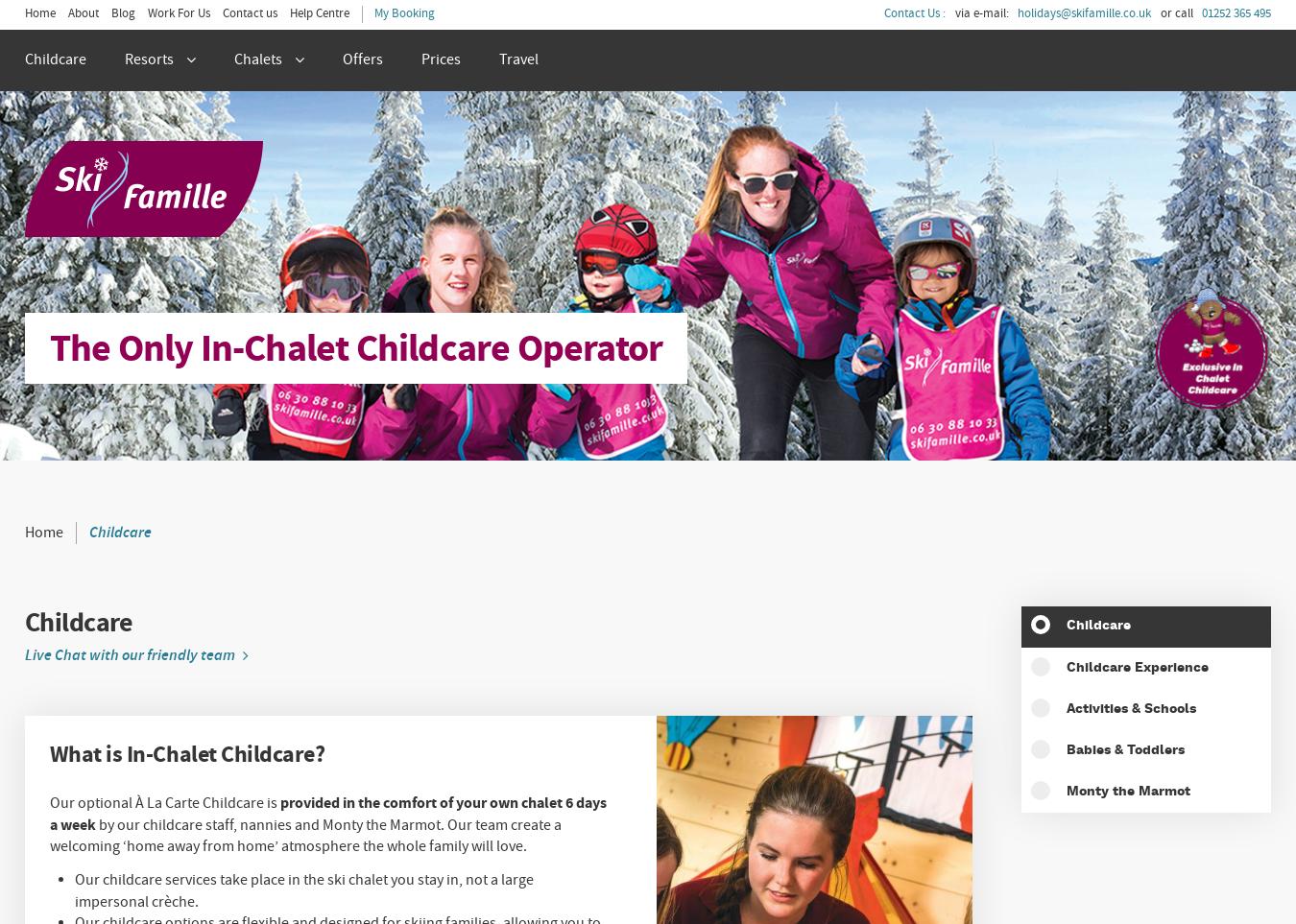 The width and height of the screenshot is (1296, 924). What do you see at coordinates (360, 201) in the screenshot?
I see `'Chalet Bramble'` at bounding box center [360, 201].